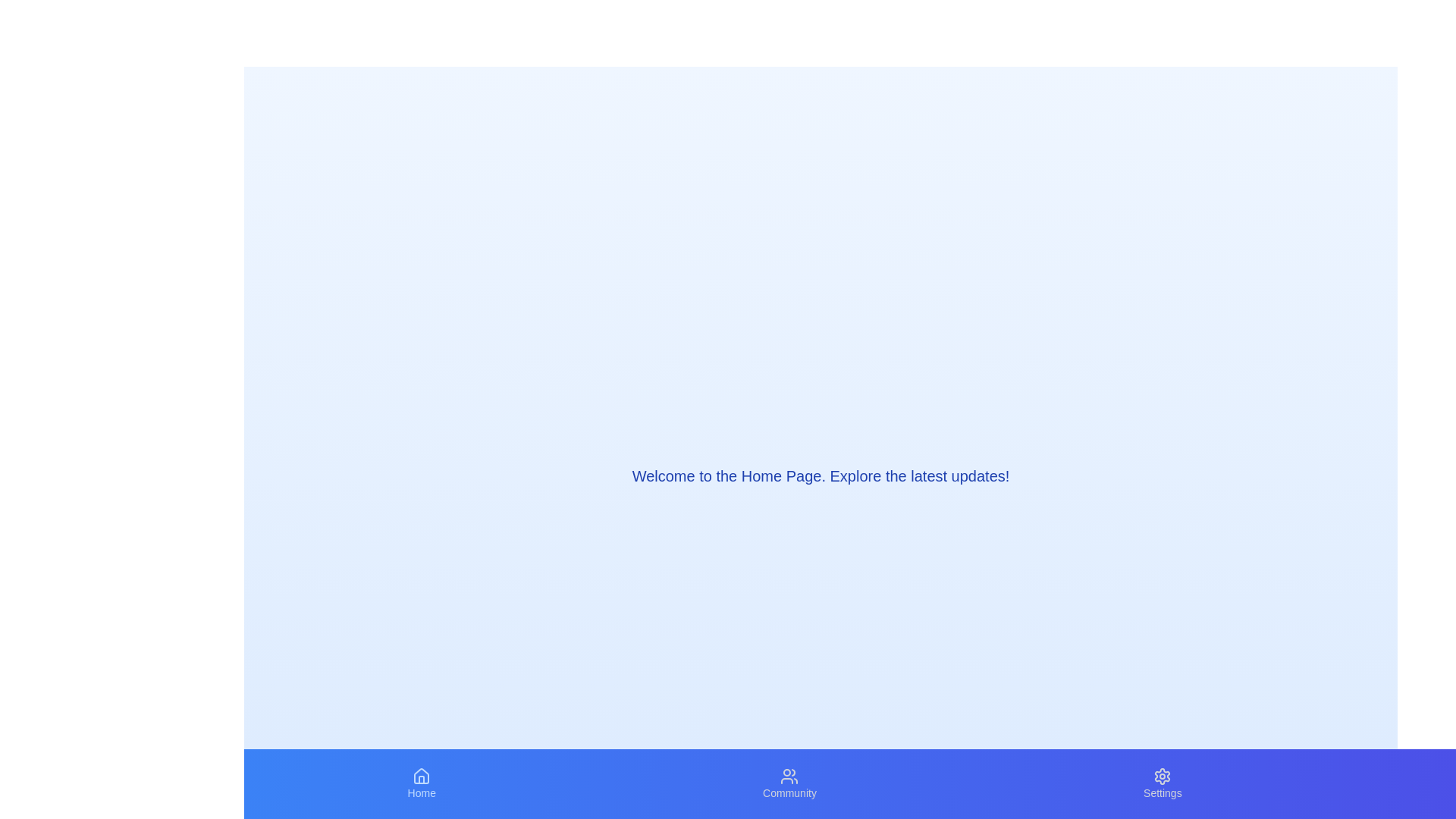  I want to click on the Community navigation button located in the bottom navigation bar, positioned between the Home and Settings buttons, so click(789, 783).